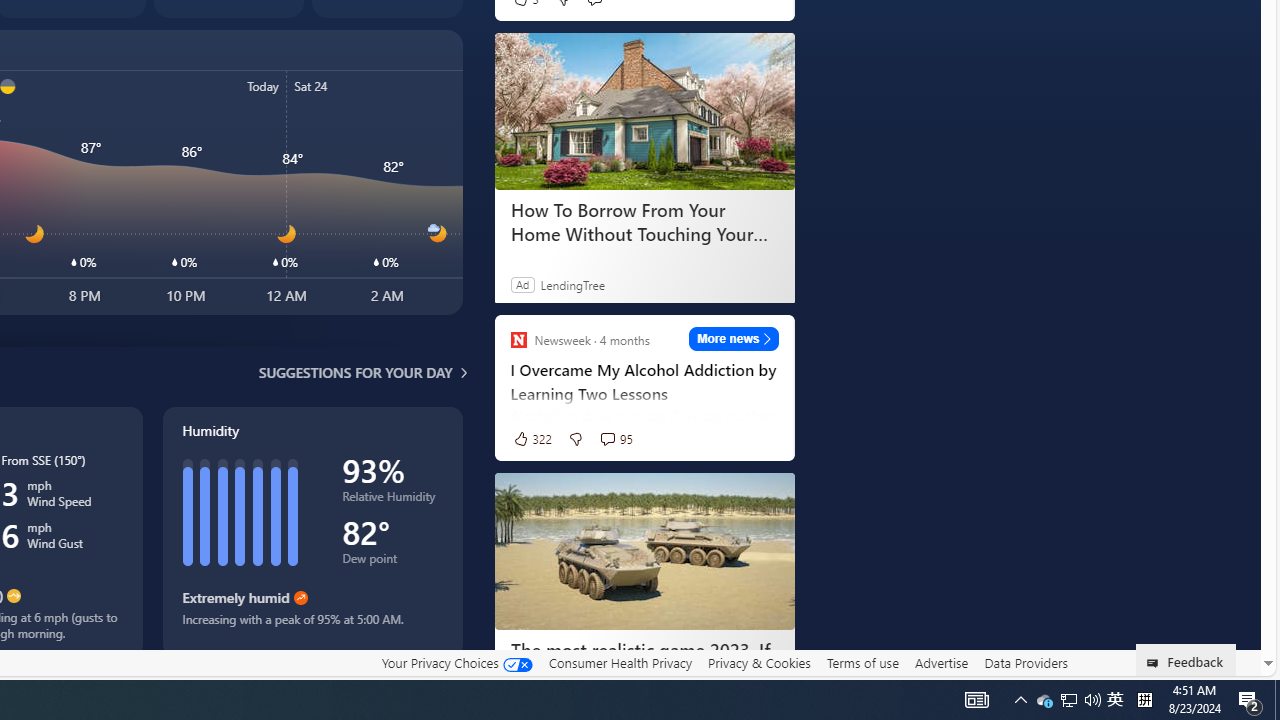  What do you see at coordinates (619, 662) in the screenshot?
I see `'Consumer Health Privacy'` at bounding box center [619, 662].